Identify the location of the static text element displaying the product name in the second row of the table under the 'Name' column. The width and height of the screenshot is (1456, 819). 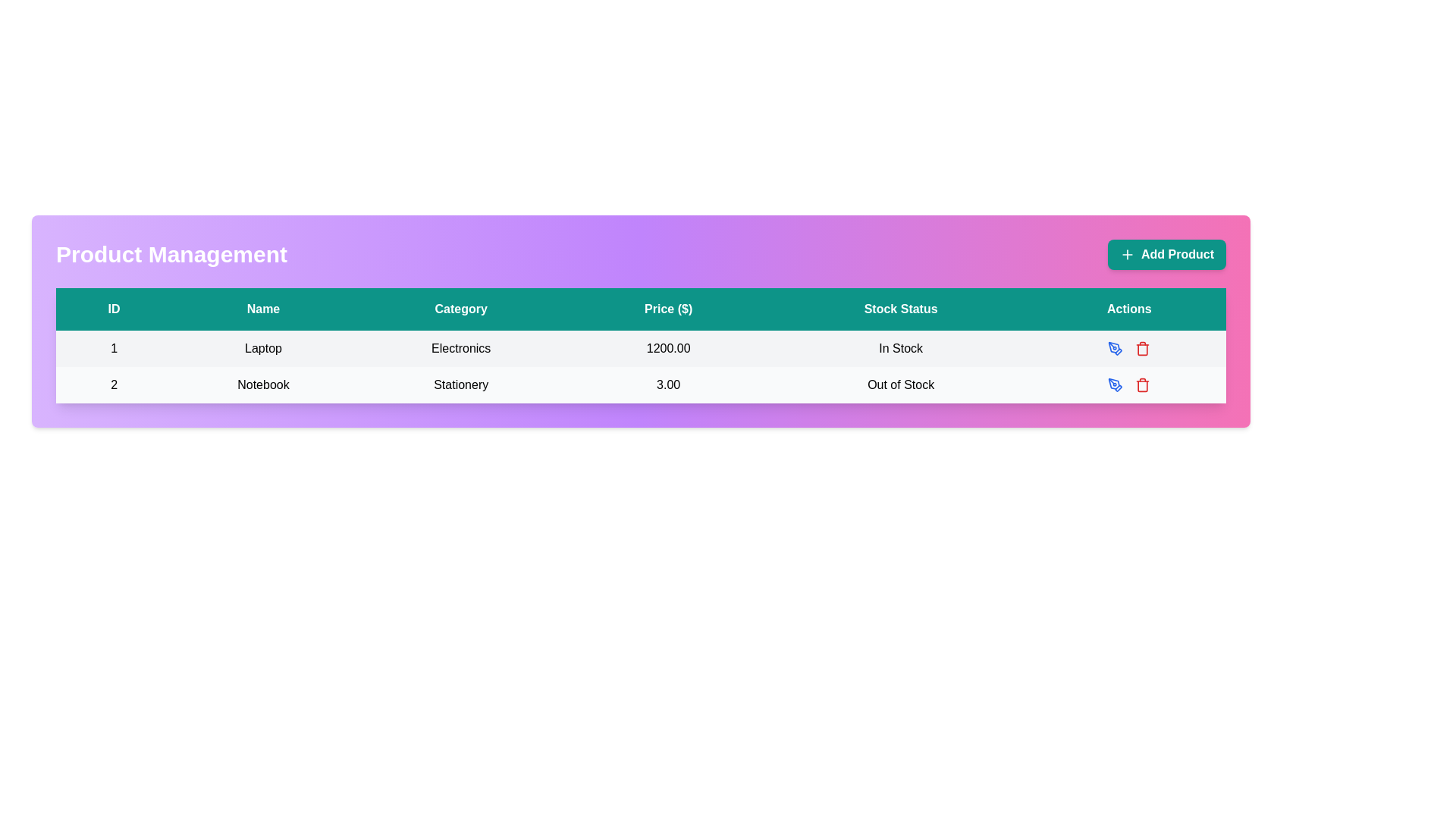
(263, 384).